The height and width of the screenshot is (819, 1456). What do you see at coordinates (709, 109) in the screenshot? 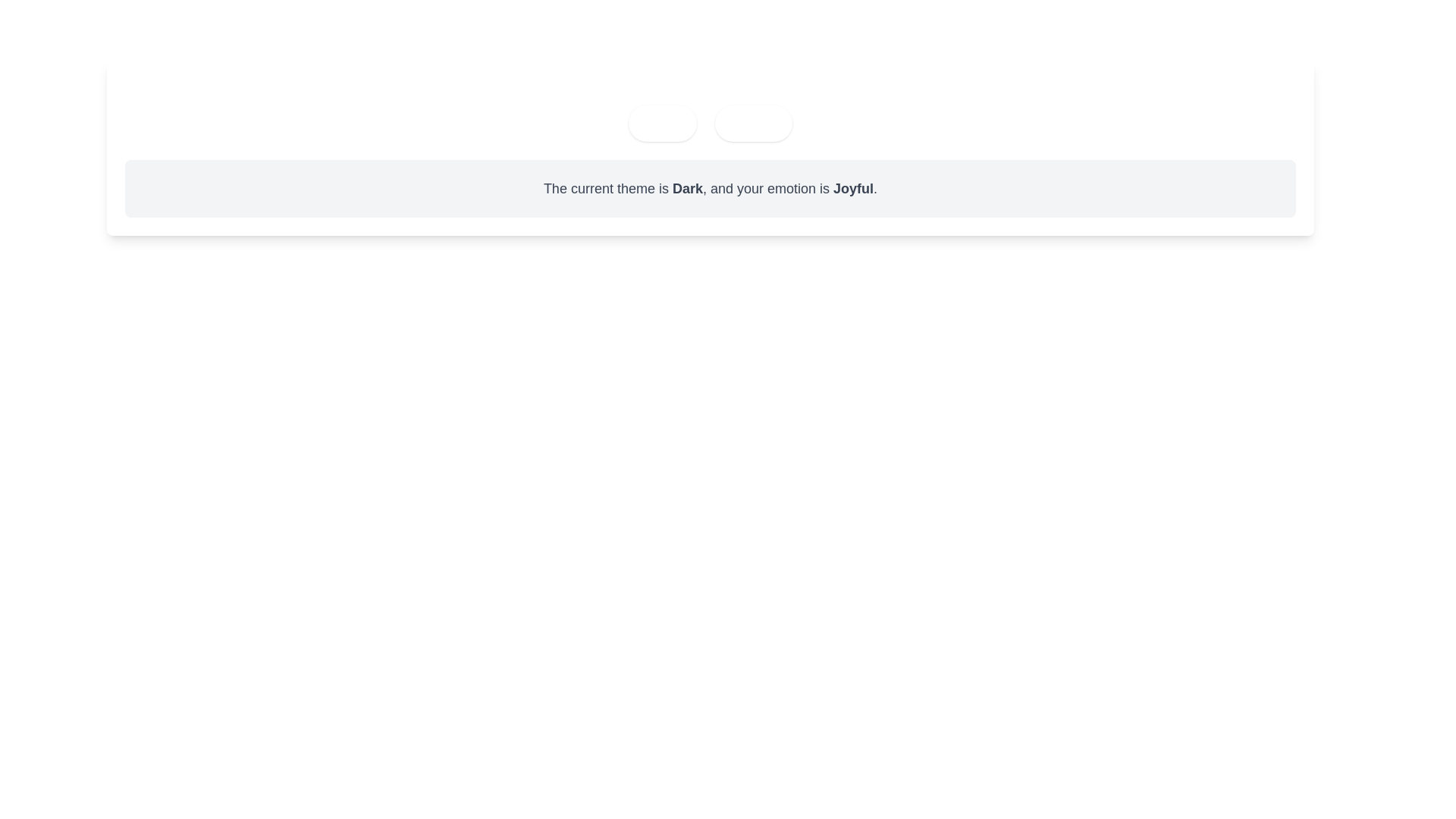
I see `the 'Happy' button in the 'Enhanced Switch Panel'` at bounding box center [709, 109].